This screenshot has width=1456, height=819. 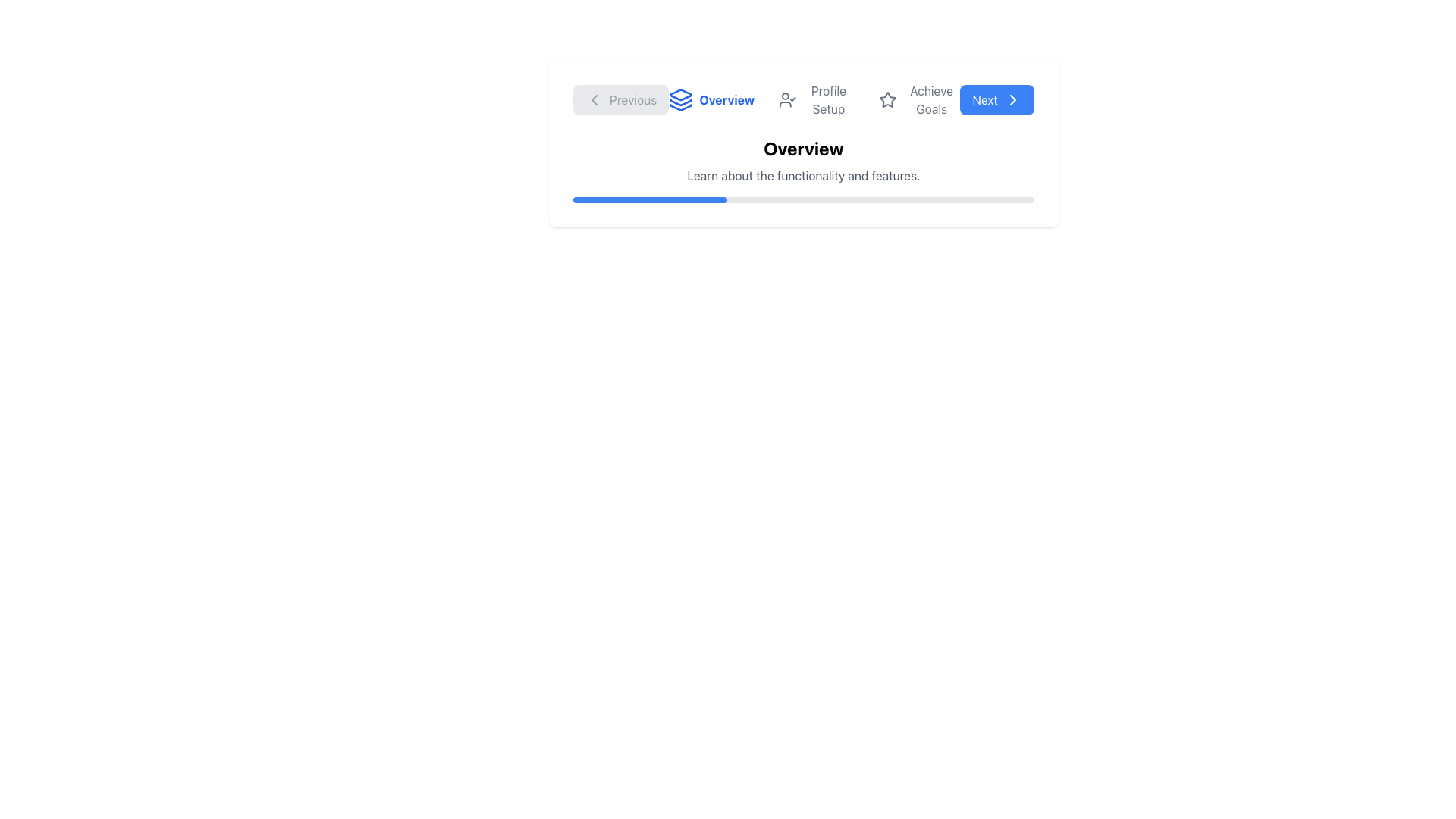 What do you see at coordinates (803, 161) in the screenshot?
I see `text content of the central Text block which contains a header and subtext, positioned below the navigation section and above a horizontal progress bar` at bounding box center [803, 161].